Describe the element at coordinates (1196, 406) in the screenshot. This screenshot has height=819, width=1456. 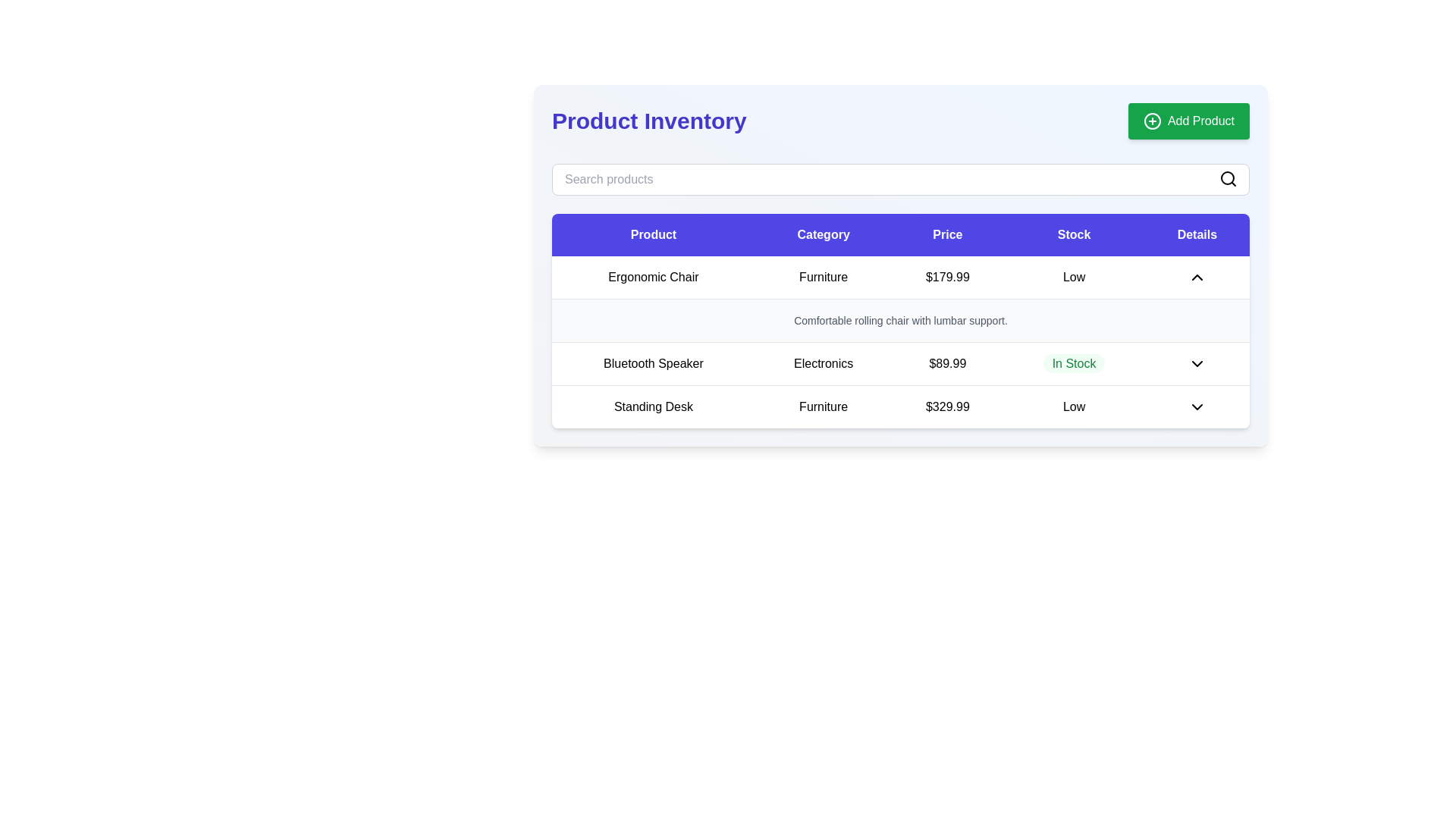
I see `the dropdown toggle icon for the 'Standing Desk' product` at that location.